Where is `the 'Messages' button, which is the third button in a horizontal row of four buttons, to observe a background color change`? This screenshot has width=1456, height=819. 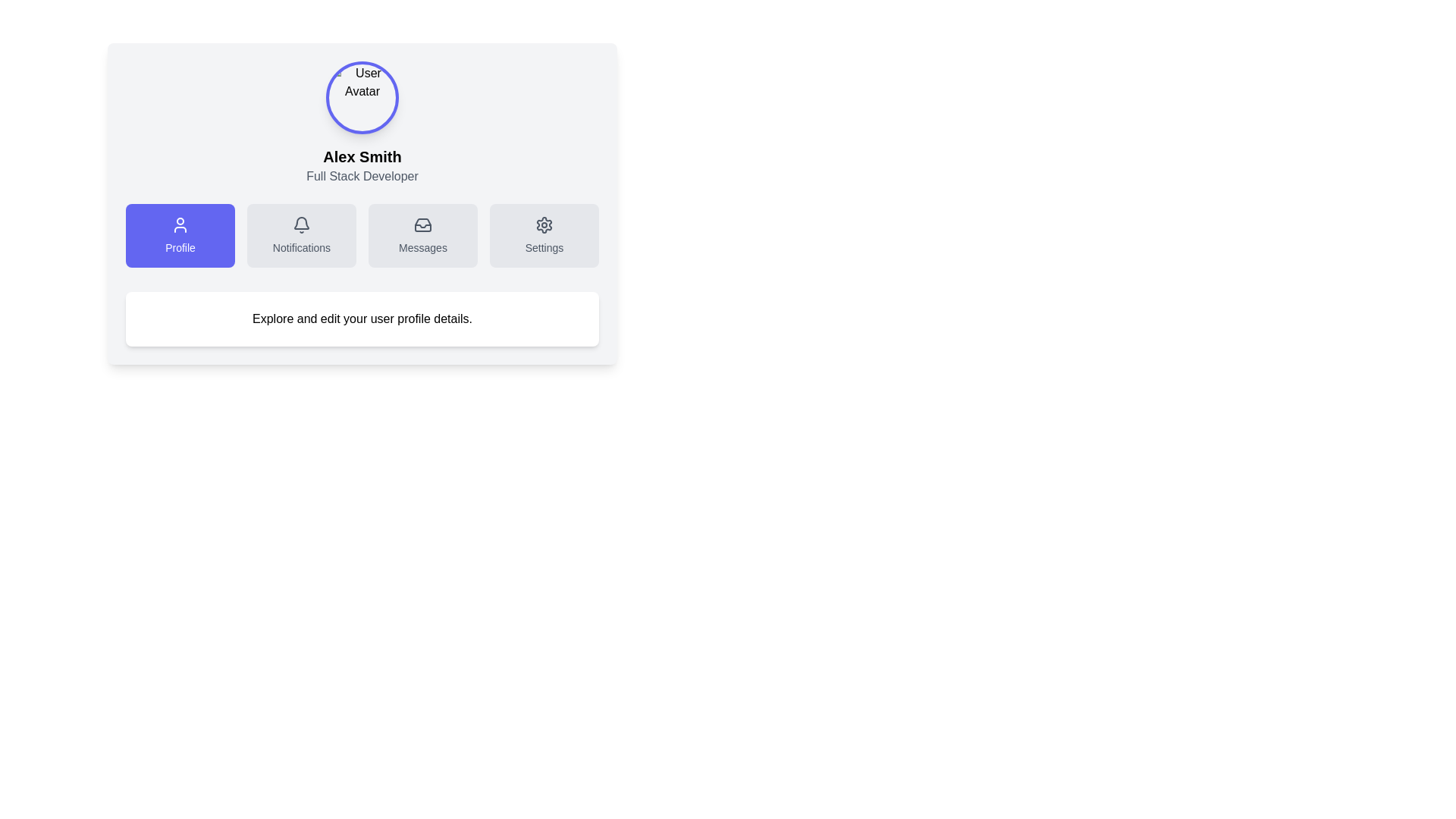 the 'Messages' button, which is the third button in a horizontal row of four buttons, to observe a background color change is located at coordinates (422, 236).